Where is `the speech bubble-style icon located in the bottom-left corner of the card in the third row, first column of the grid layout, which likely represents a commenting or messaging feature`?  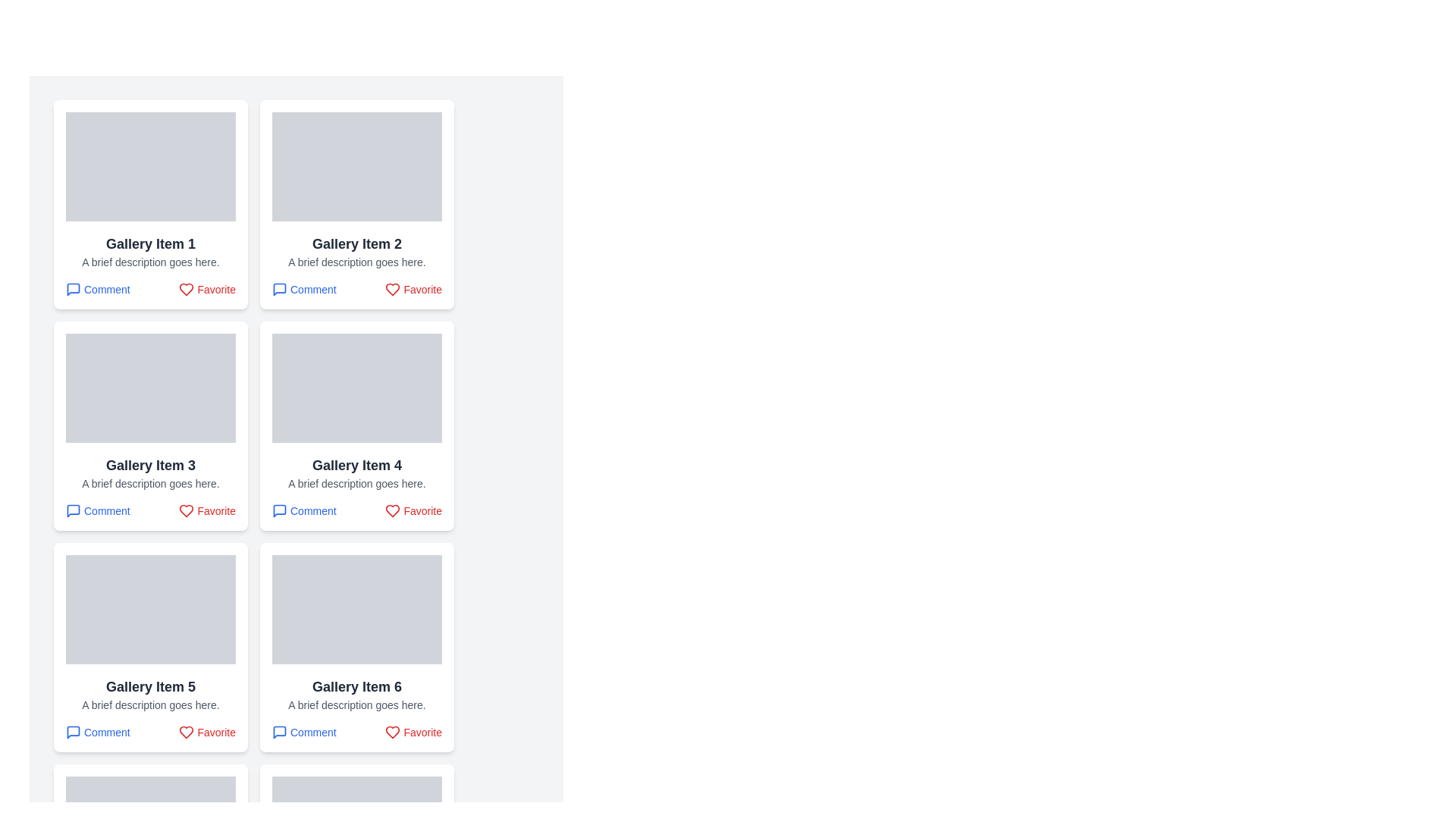 the speech bubble-style icon located in the bottom-left corner of the card in the third row, first column of the grid layout, which likely represents a commenting or messaging feature is located at coordinates (72, 511).